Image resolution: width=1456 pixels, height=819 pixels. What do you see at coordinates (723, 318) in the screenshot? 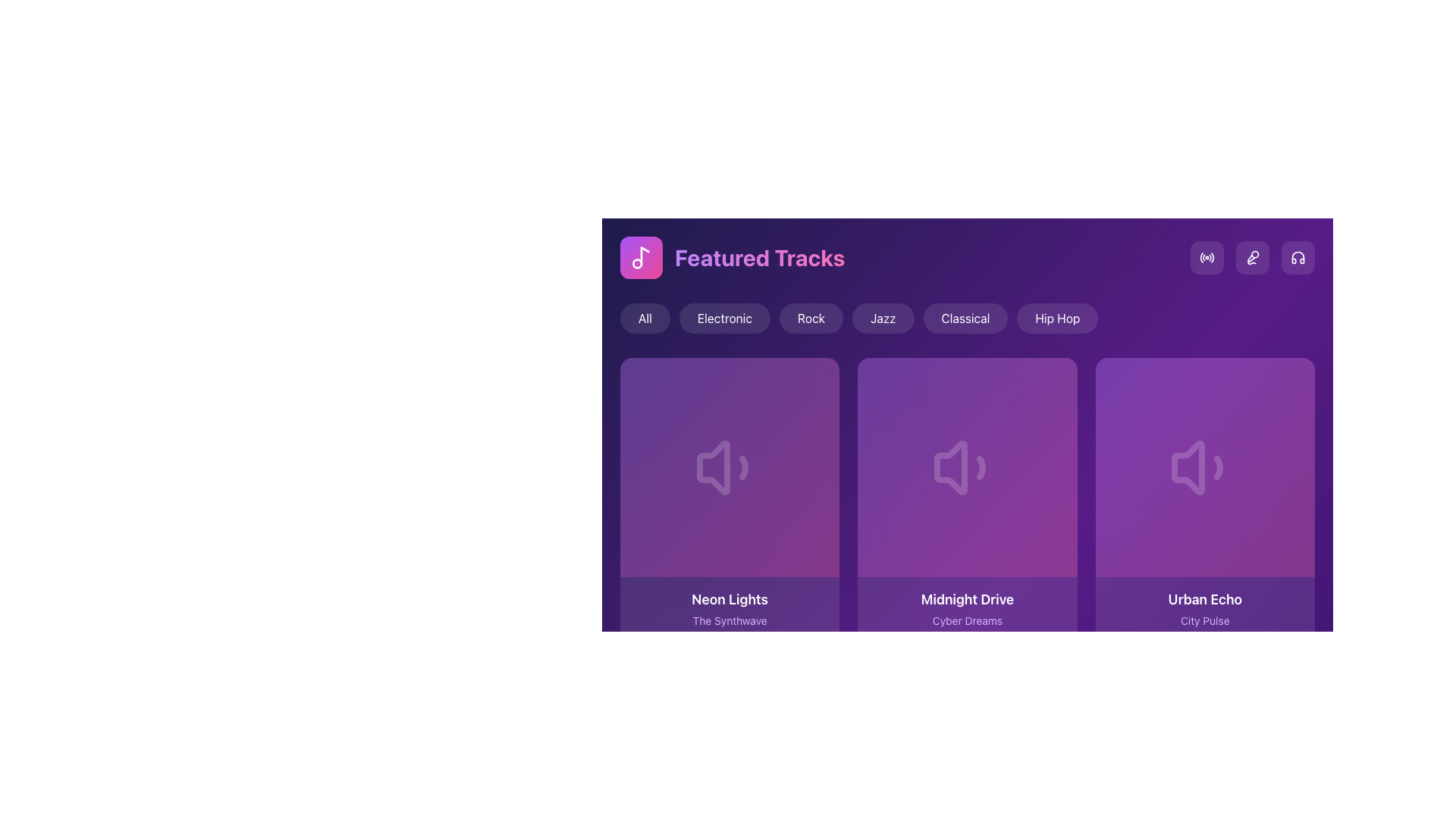
I see `the 'Electronic' button, which is the second button from the left in a horizontally aligned menu` at bounding box center [723, 318].